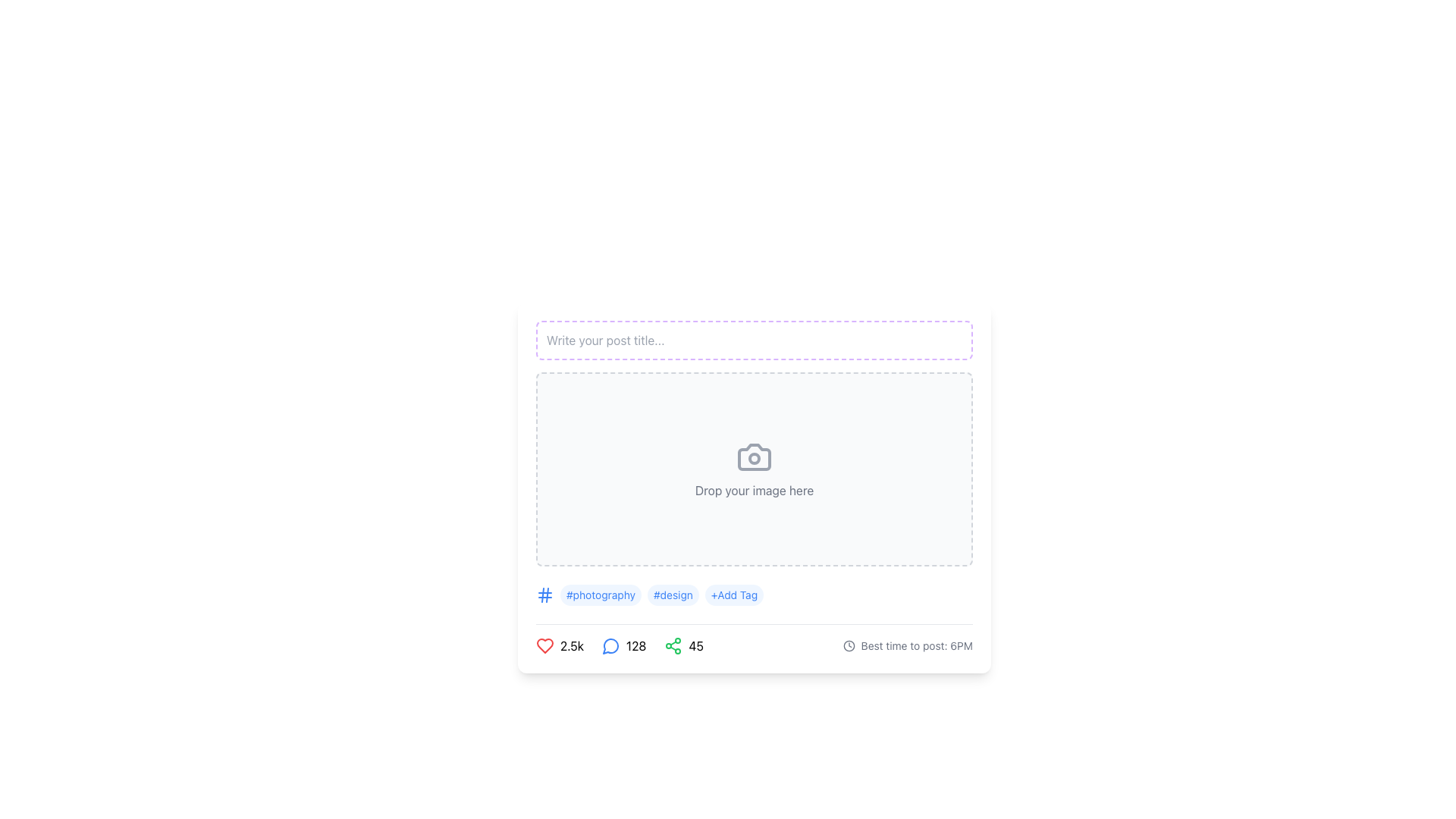 Image resolution: width=1456 pixels, height=819 pixels. What do you see at coordinates (754, 595) in the screenshot?
I see `the '#photography' tag` at bounding box center [754, 595].